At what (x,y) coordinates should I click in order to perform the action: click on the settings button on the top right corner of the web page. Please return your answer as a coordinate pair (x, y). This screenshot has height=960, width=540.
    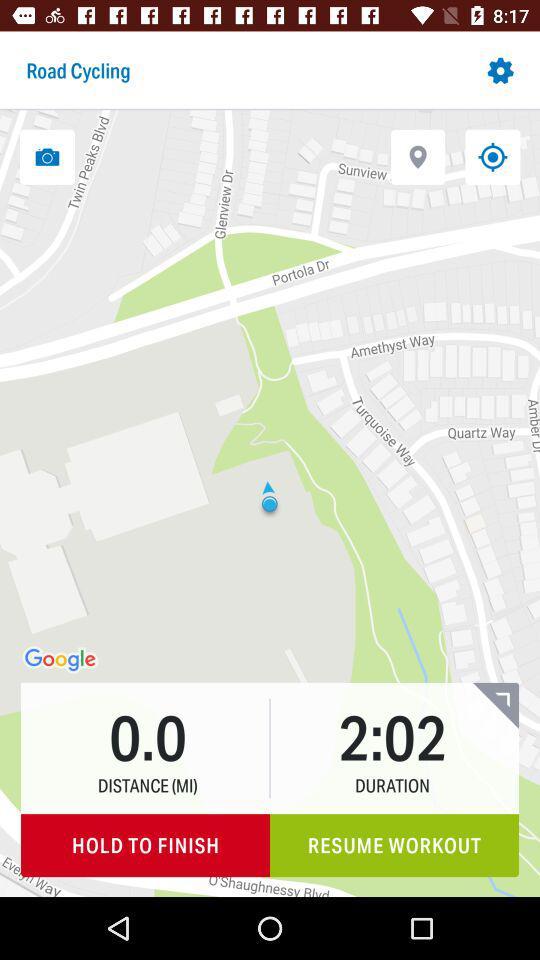
    Looking at the image, I should click on (504, 68).